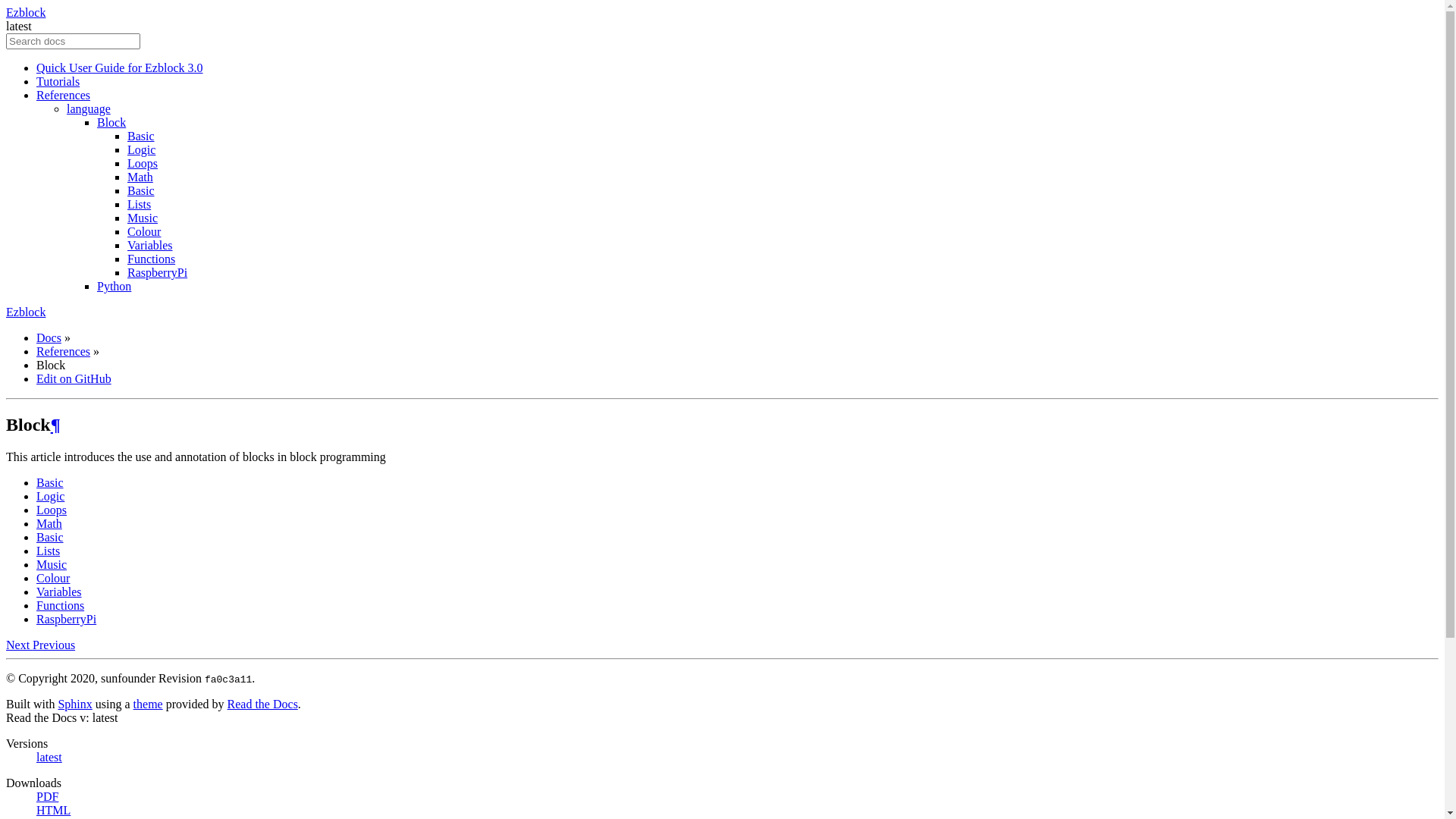 Image resolution: width=1456 pixels, height=819 pixels. Describe the element at coordinates (49, 757) in the screenshot. I see `'latest'` at that location.